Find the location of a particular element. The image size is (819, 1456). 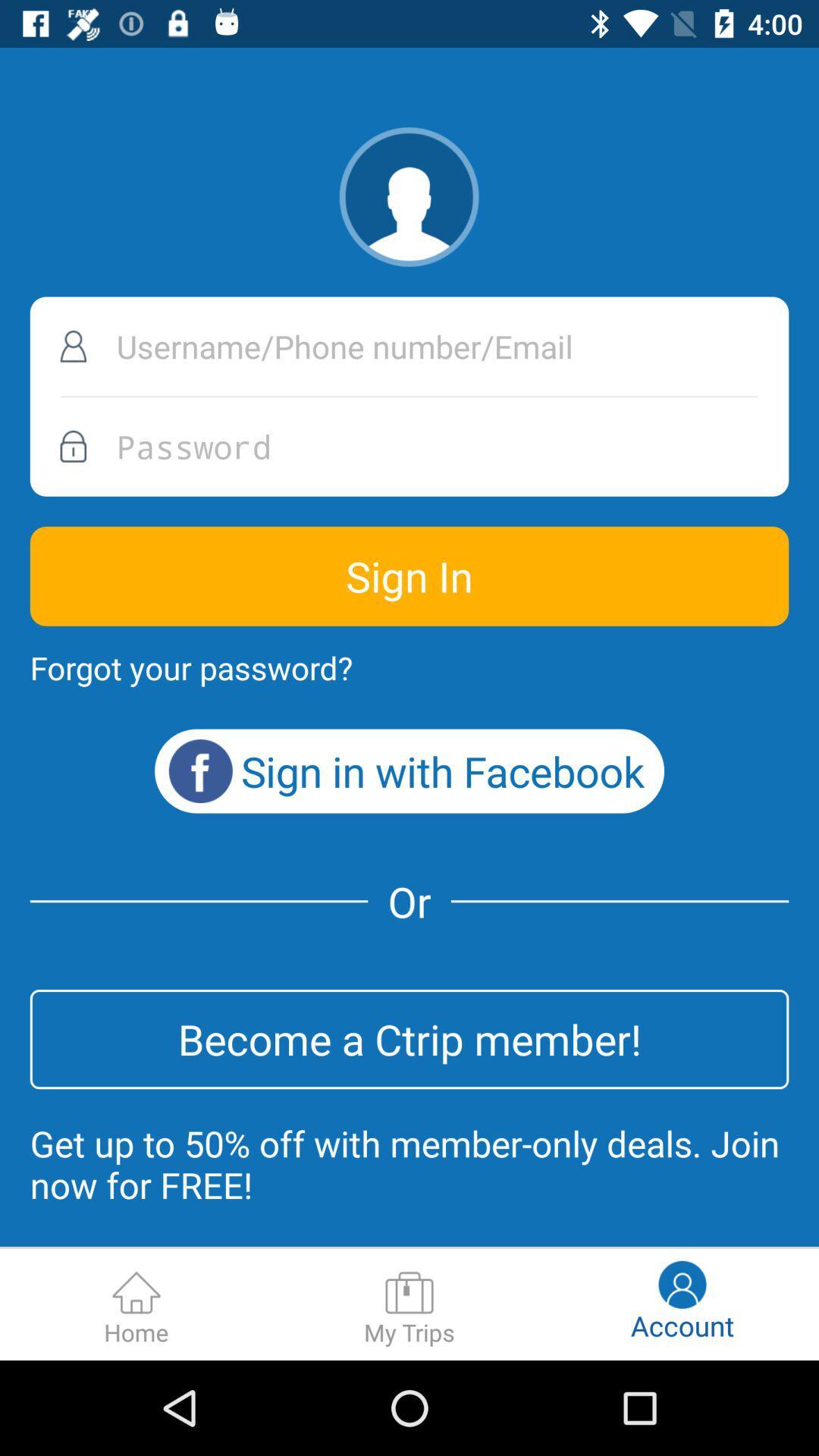

icon above the sign in icon is located at coordinates (409, 446).